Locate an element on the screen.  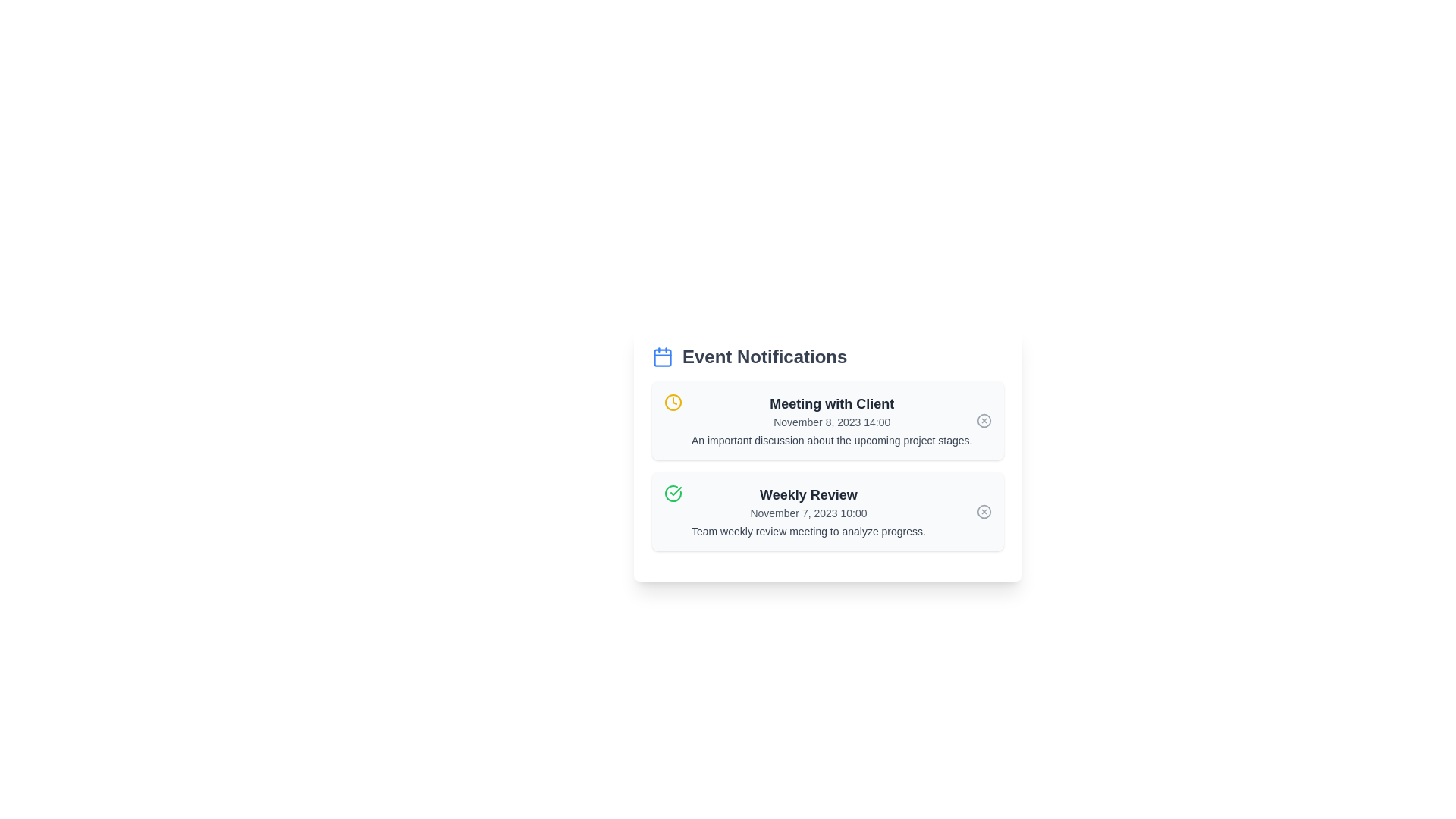
the notification titled 'Meeting with Client' to read its details is located at coordinates (827, 421).